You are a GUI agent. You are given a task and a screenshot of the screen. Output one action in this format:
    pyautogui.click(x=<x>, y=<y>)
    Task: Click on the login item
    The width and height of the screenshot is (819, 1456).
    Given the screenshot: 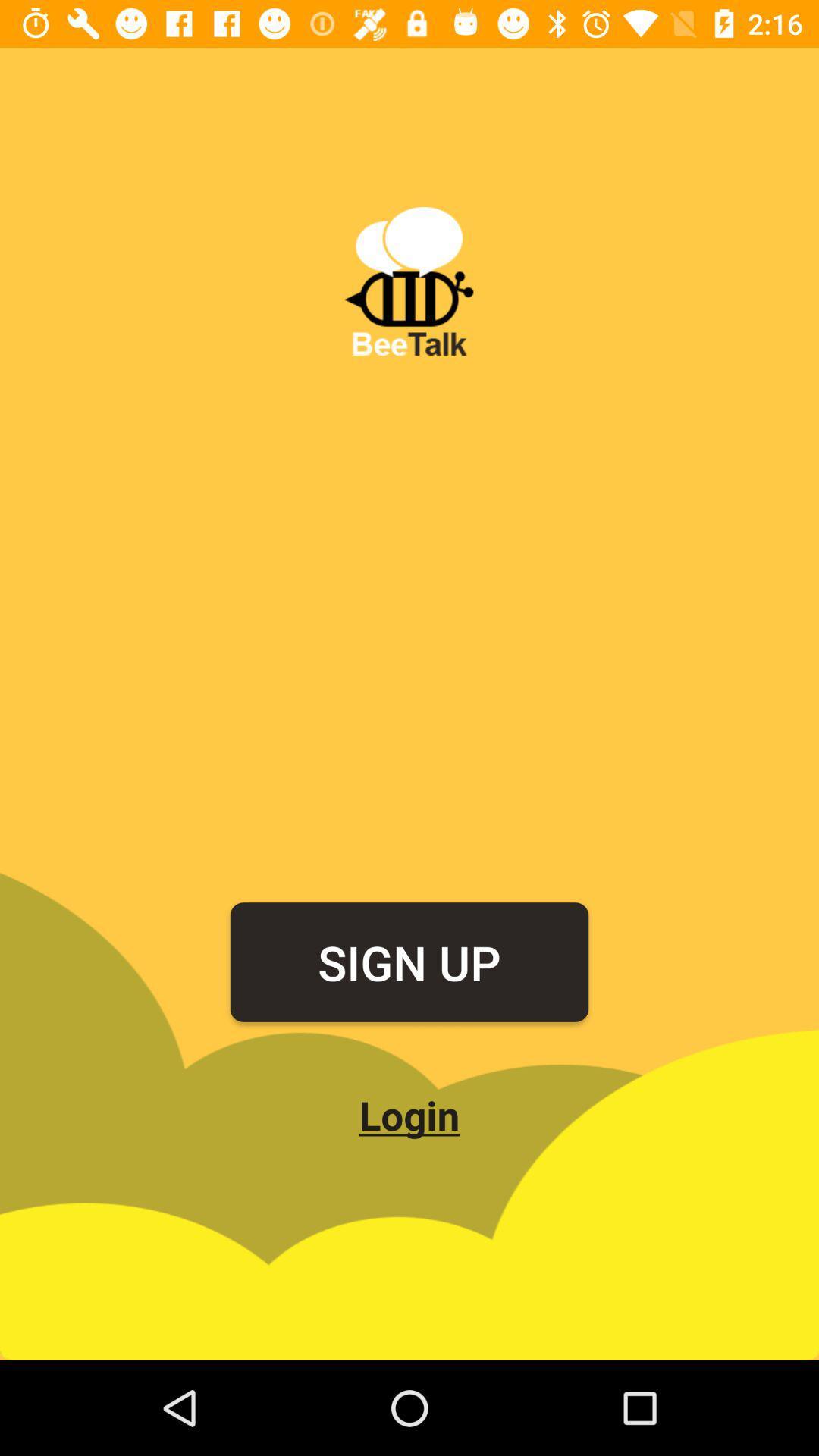 What is the action you would take?
    pyautogui.click(x=409, y=1115)
    